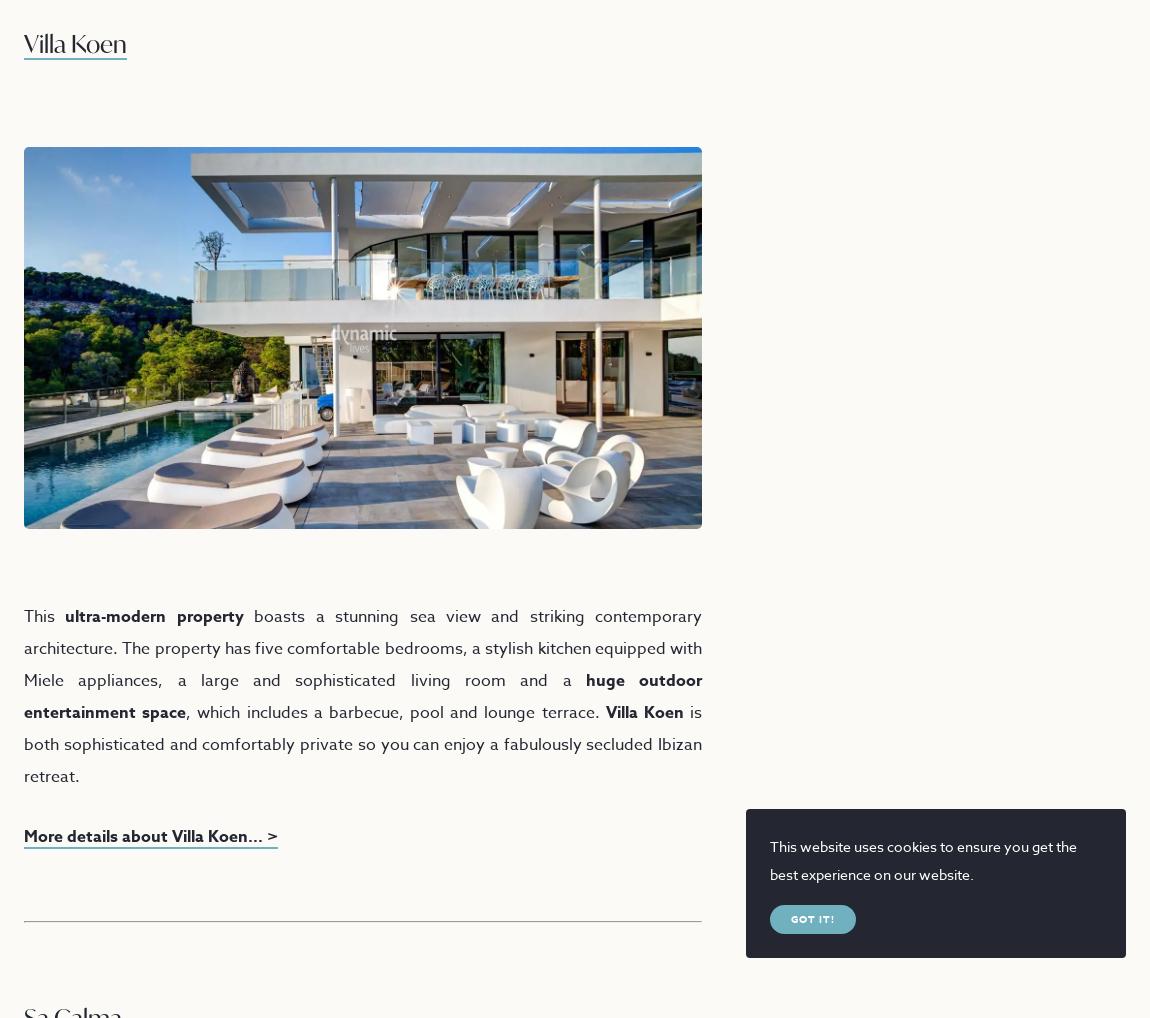 This screenshot has width=1150, height=1018. Describe the element at coordinates (53, 614) in the screenshot. I see `'ultra-modern property'` at that location.